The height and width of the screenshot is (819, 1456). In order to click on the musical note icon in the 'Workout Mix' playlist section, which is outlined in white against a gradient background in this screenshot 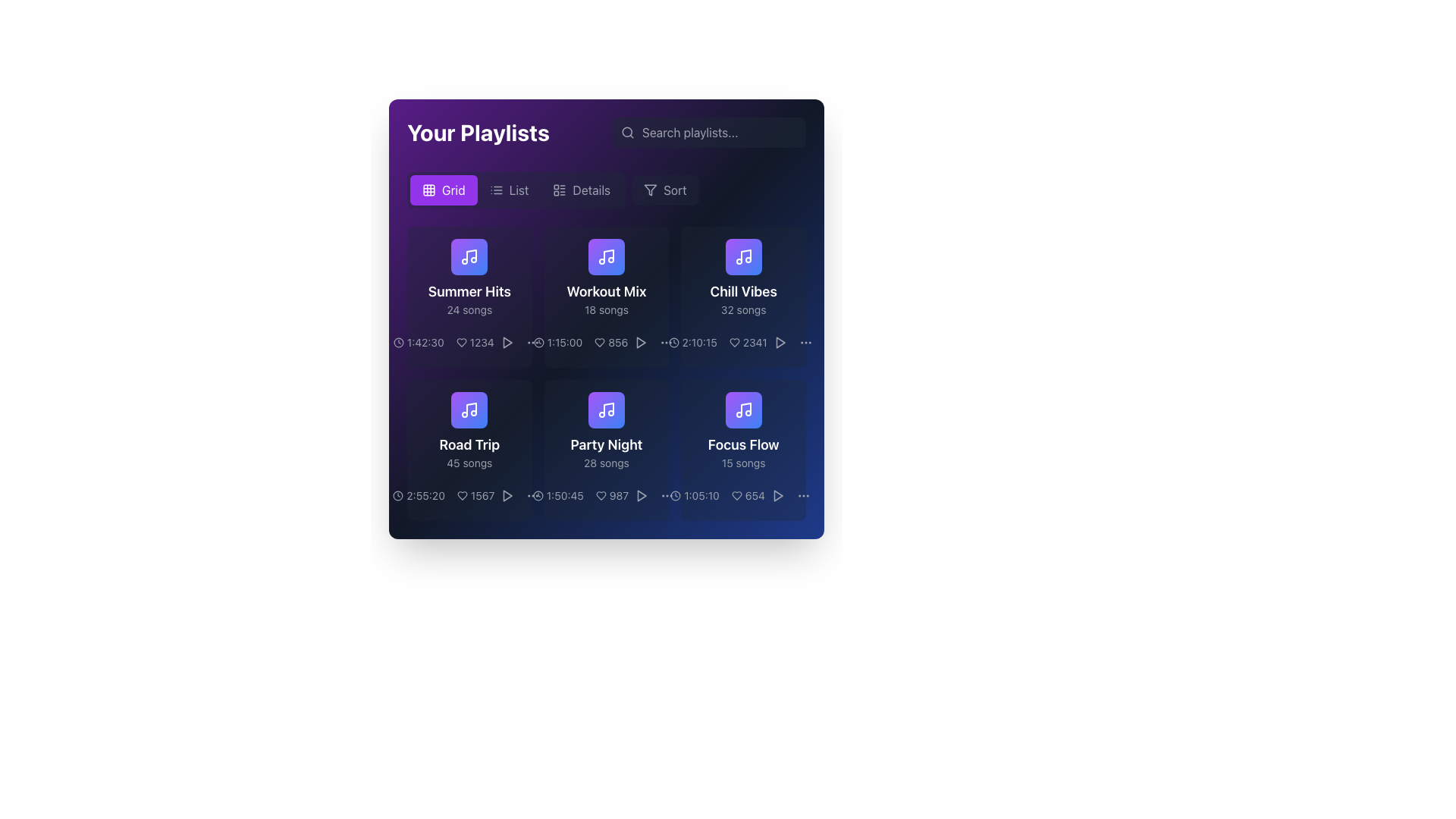, I will do `click(607, 256)`.